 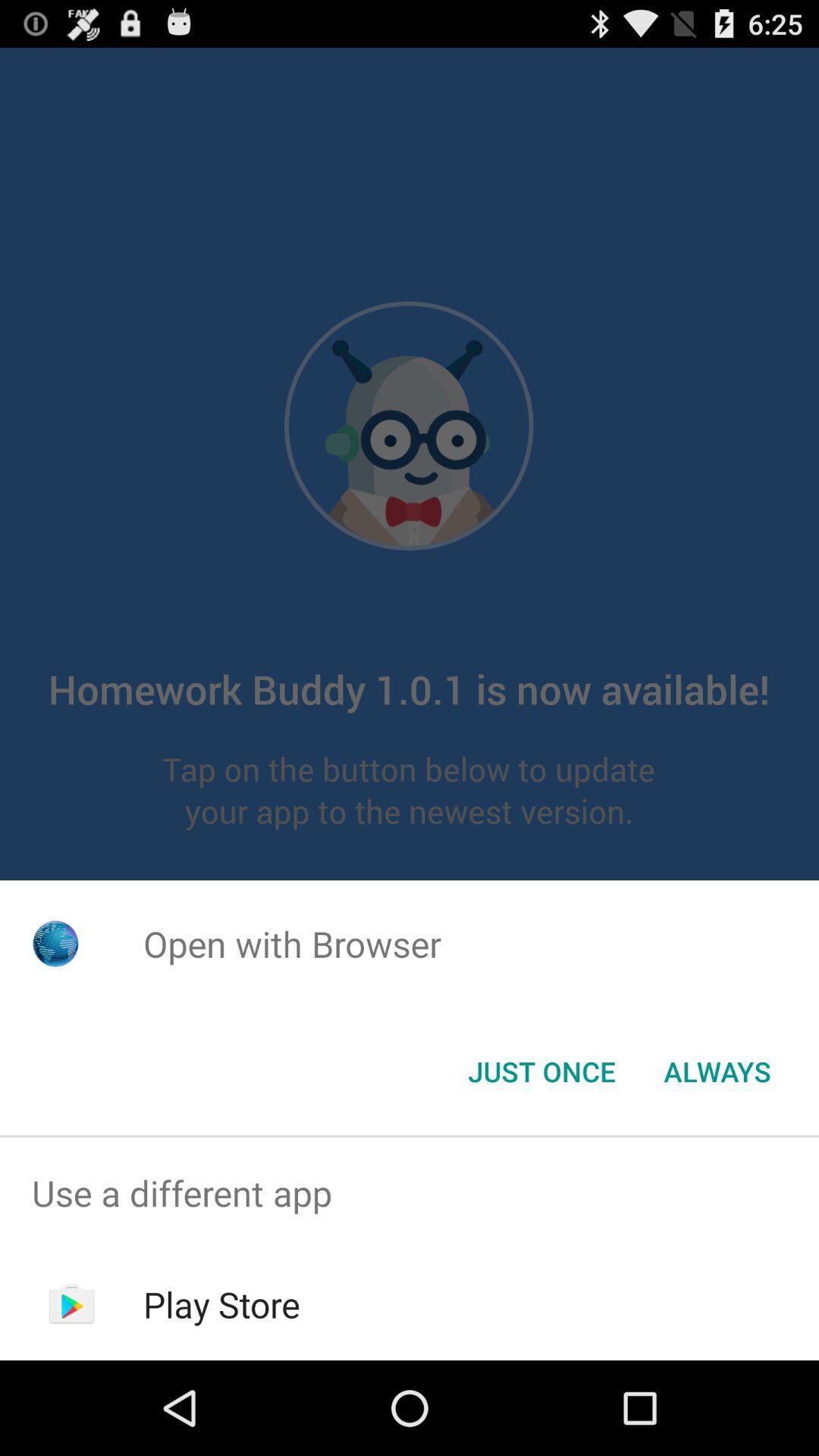 I want to click on play store item, so click(x=221, y=1304).